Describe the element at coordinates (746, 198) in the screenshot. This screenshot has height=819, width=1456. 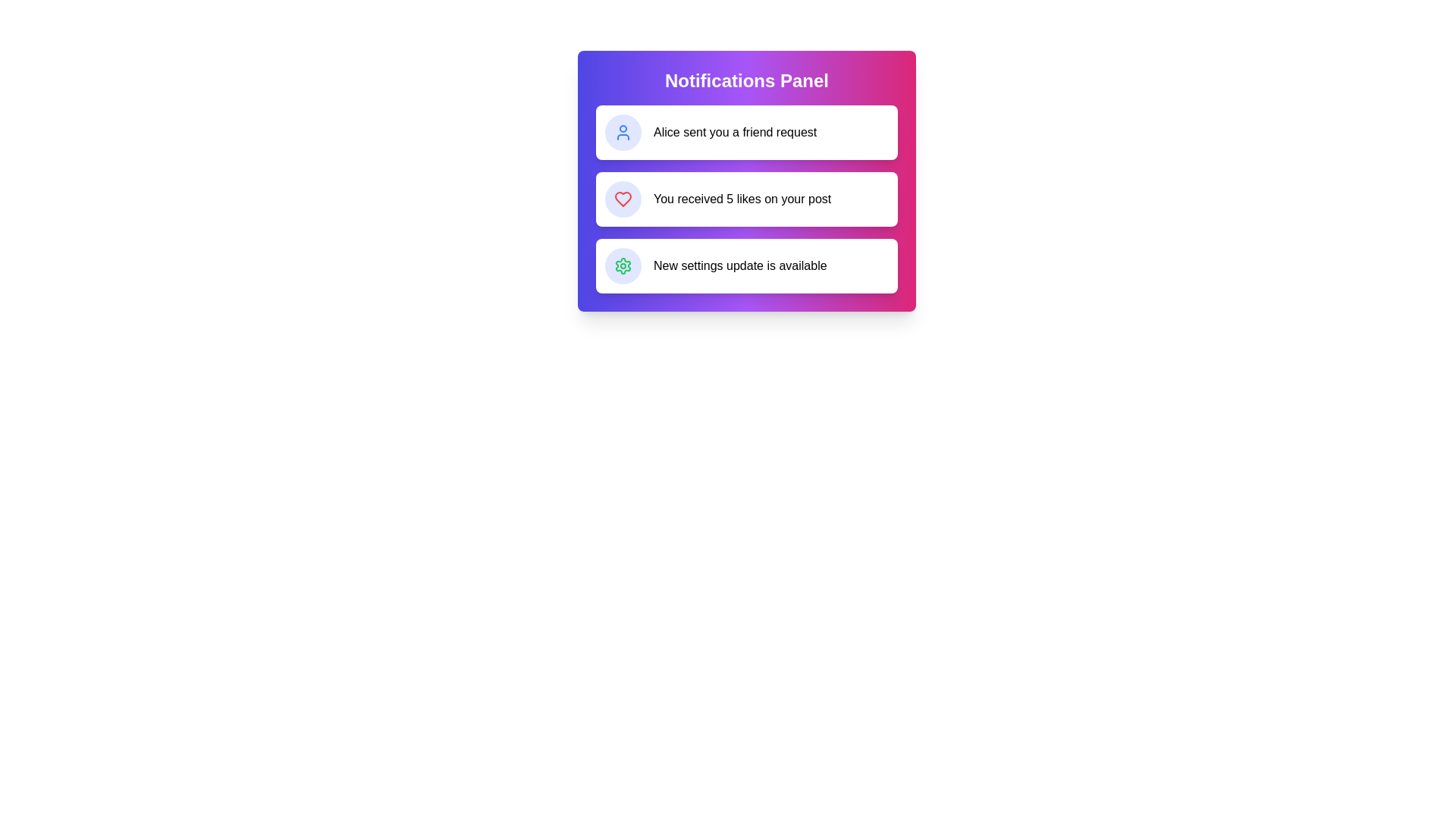
I see `the List of notifications in the central section of the Notifications Panel` at that location.